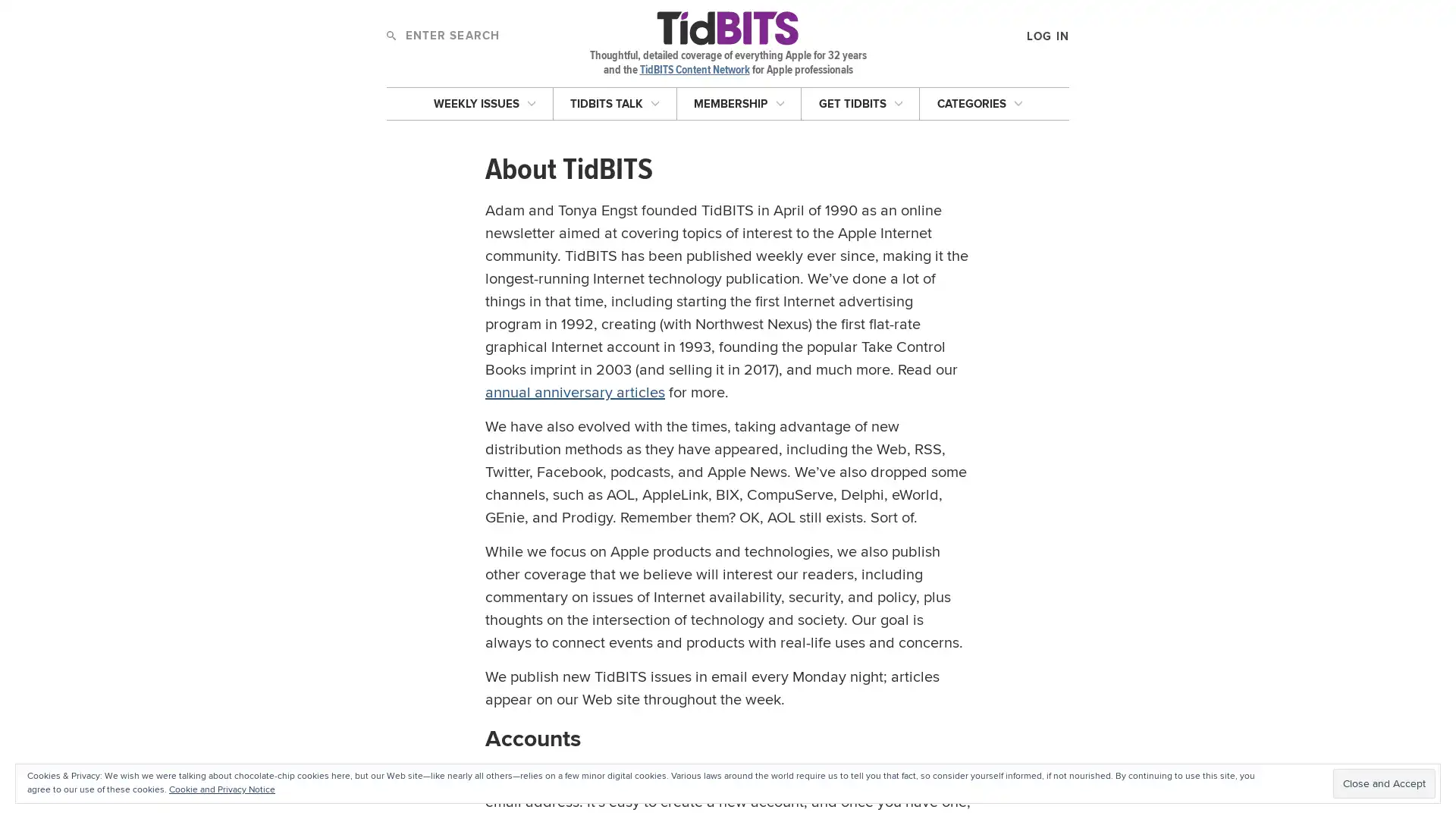  I want to click on LOG IN, so click(977, 120).